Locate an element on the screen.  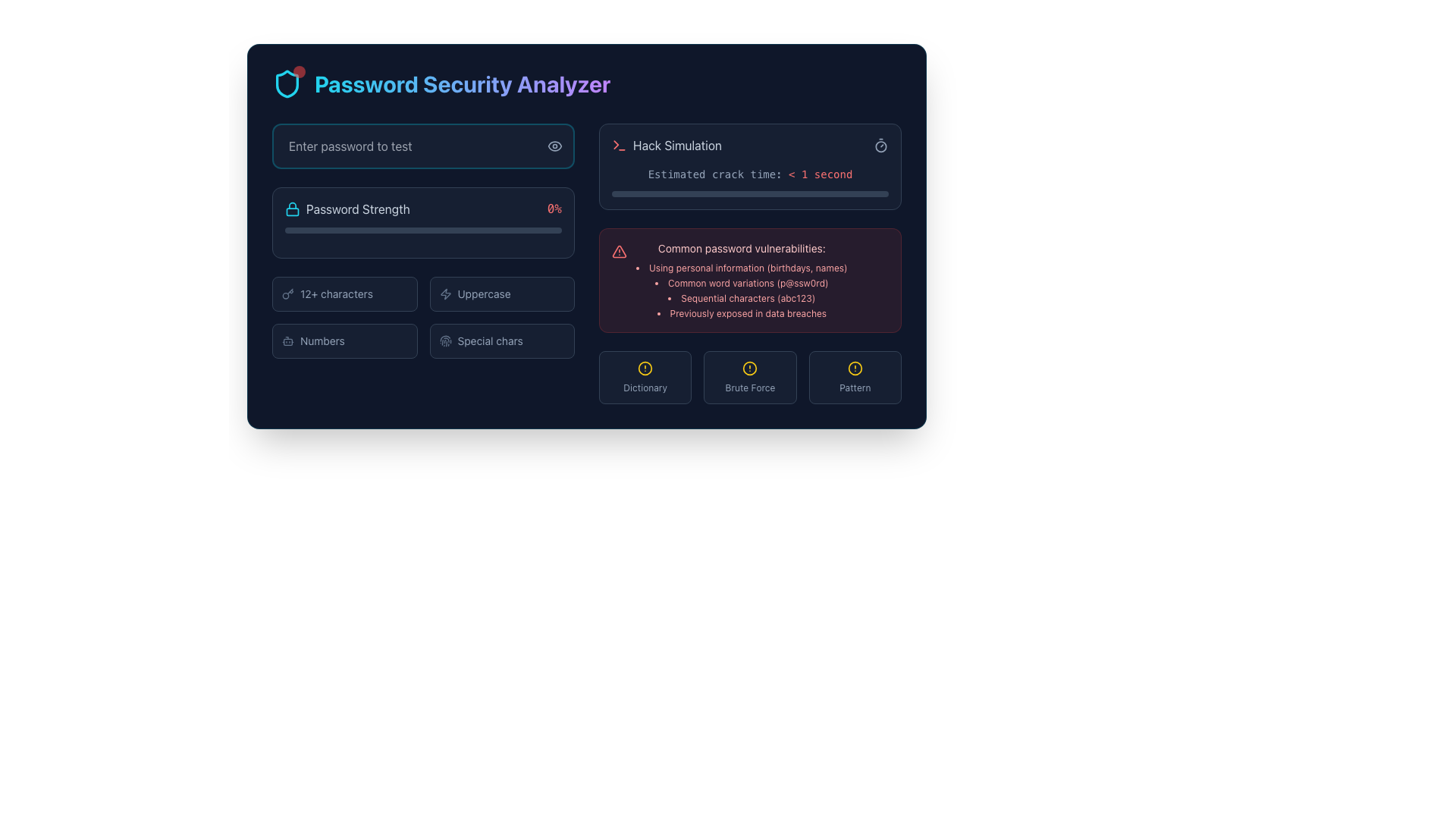
the 'Hack Simulation' section heading, which features a red terminal command prompt icon and light-colored text, located in the upper right quadrant of the interface is located at coordinates (667, 146).